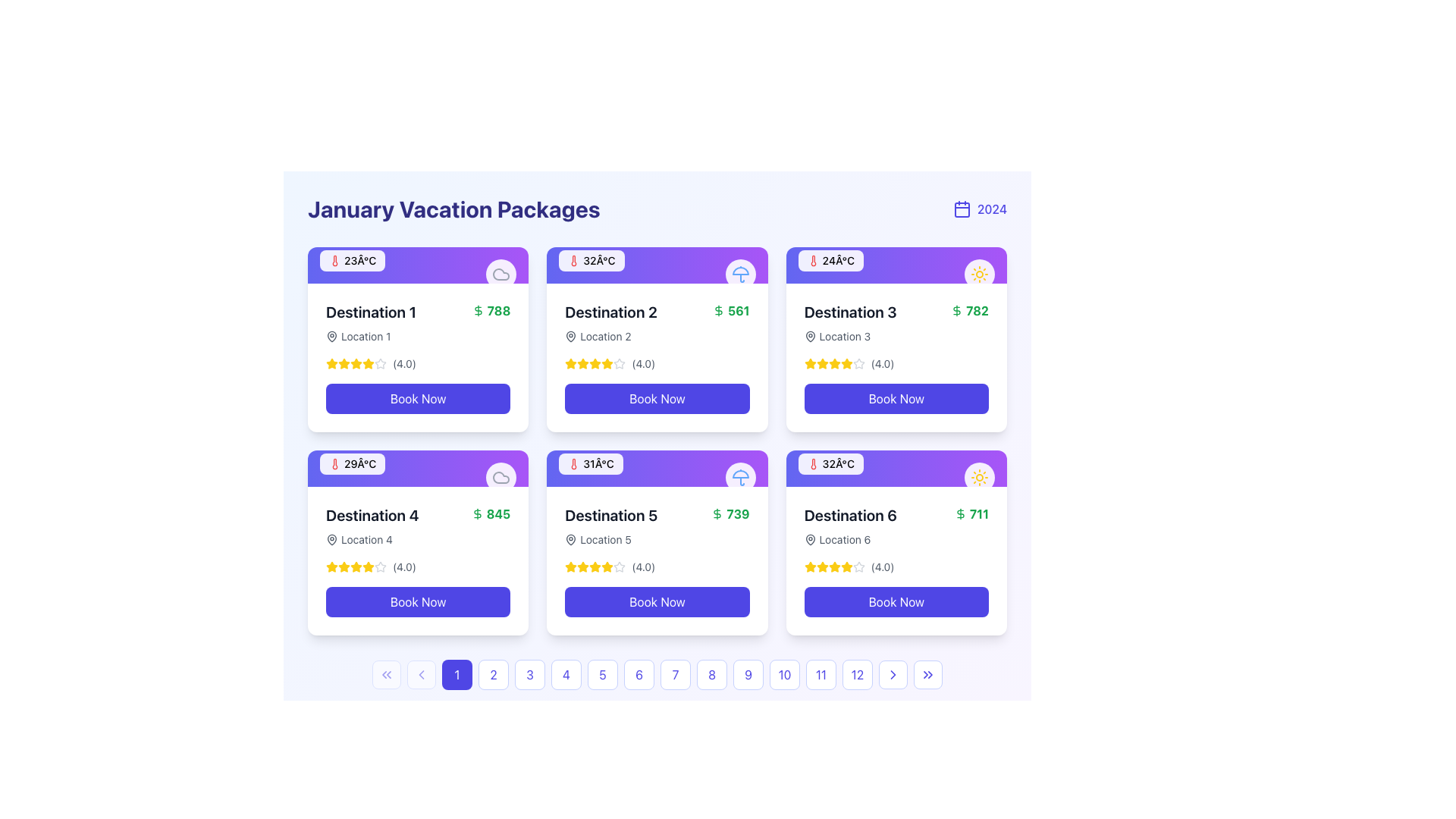 Image resolution: width=1456 pixels, height=819 pixels. What do you see at coordinates (971, 513) in the screenshot?
I see `the green text element displaying '711' next to the dollar symbol in the 'Destination 6' card located in the bottom-right part of the interface` at bounding box center [971, 513].